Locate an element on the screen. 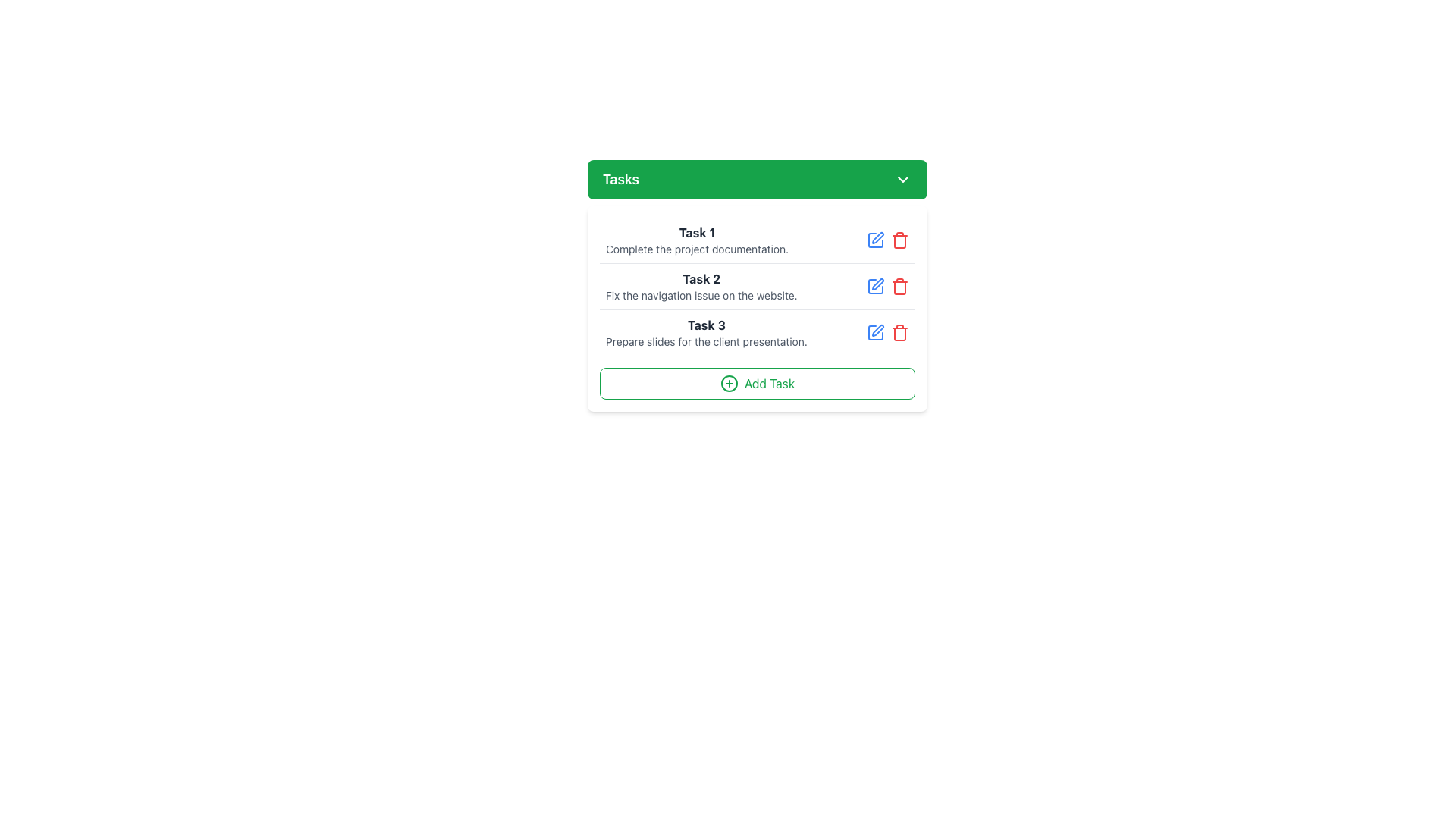  the edit button for 'Task 3' in the 'Tasks' interface is located at coordinates (876, 332).